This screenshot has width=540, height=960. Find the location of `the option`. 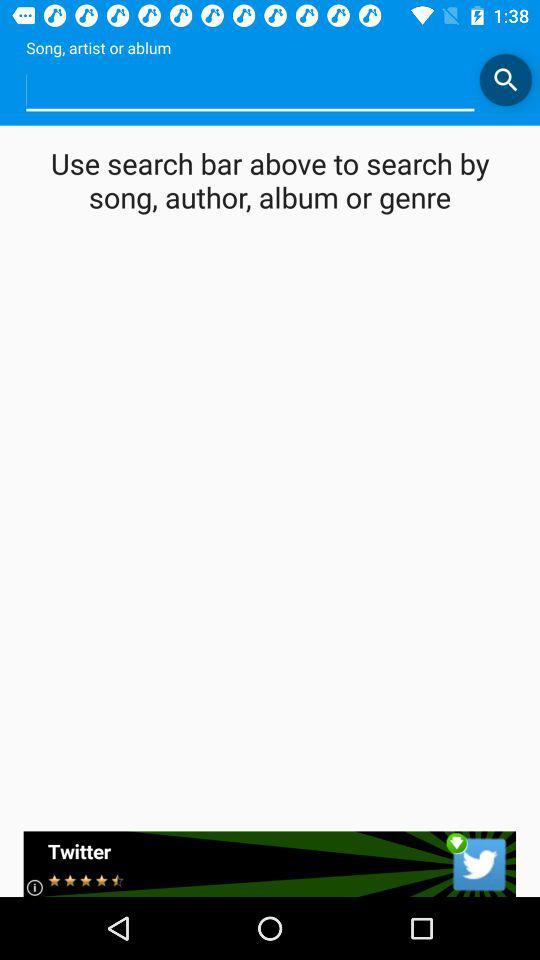

the option is located at coordinates (250, 90).